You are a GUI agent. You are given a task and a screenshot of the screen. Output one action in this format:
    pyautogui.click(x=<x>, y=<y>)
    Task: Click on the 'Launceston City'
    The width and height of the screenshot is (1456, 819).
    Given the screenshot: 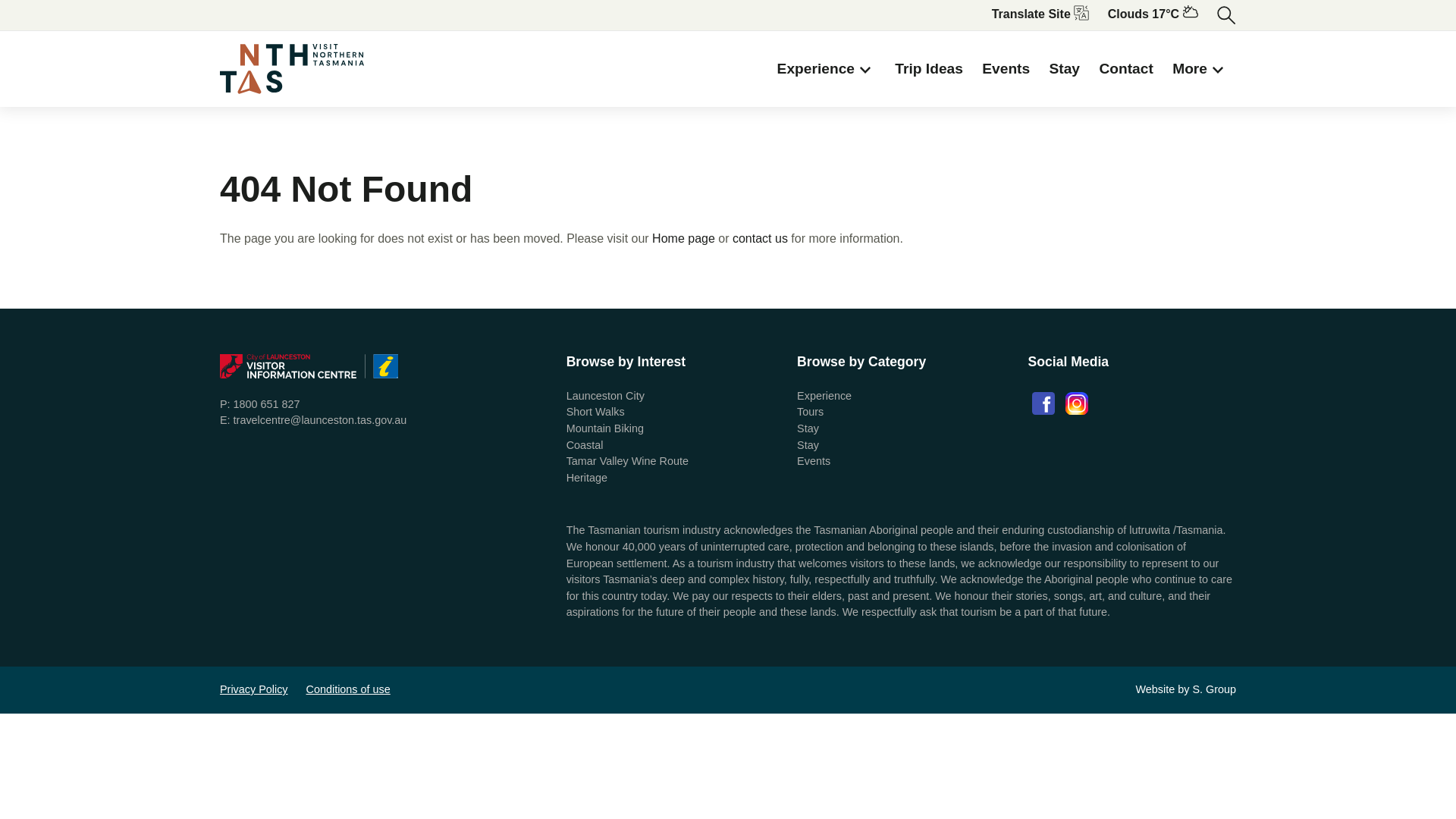 What is the action you would take?
    pyautogui.click(x=566, y=394)
    